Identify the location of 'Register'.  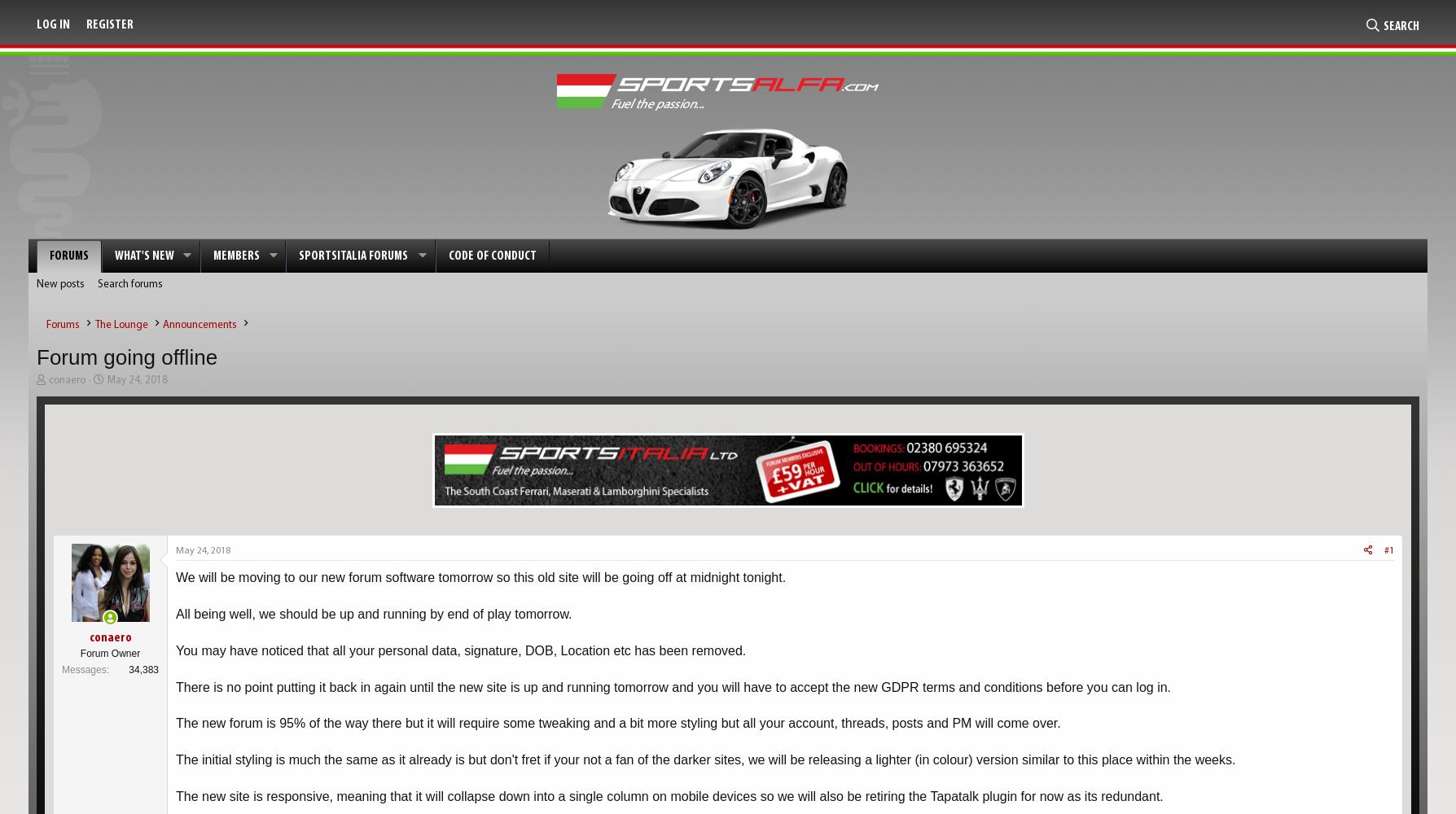
(86, 25).